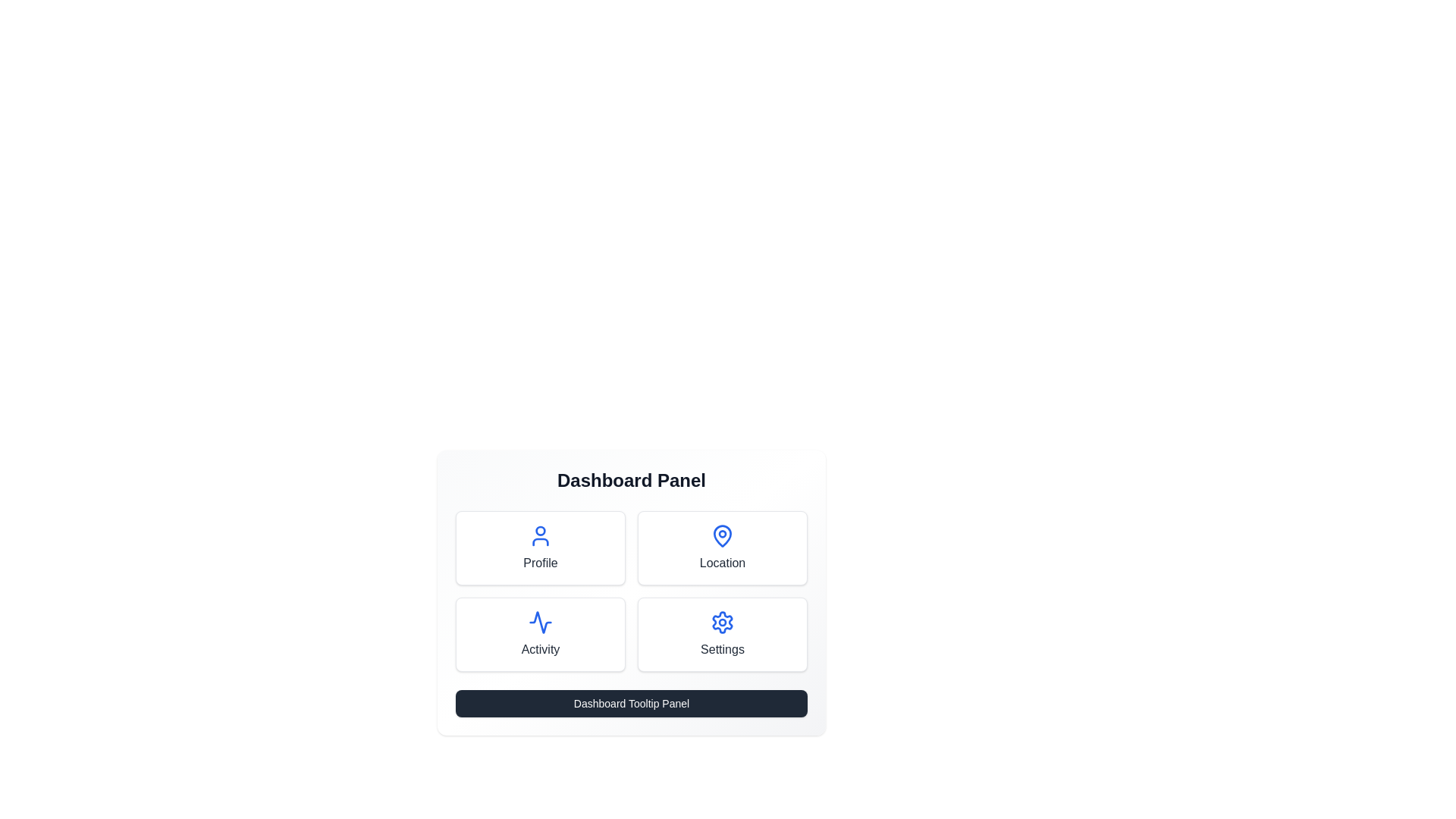 The height and width of the screenshot is (819, 1456). What do you see at coordinates (541, 541) in the screenshot?
I see `the blue curved line at the bottom of the 'Profile' user icon located in the top-left section of the grid layout` at bounding box center [541, 541].